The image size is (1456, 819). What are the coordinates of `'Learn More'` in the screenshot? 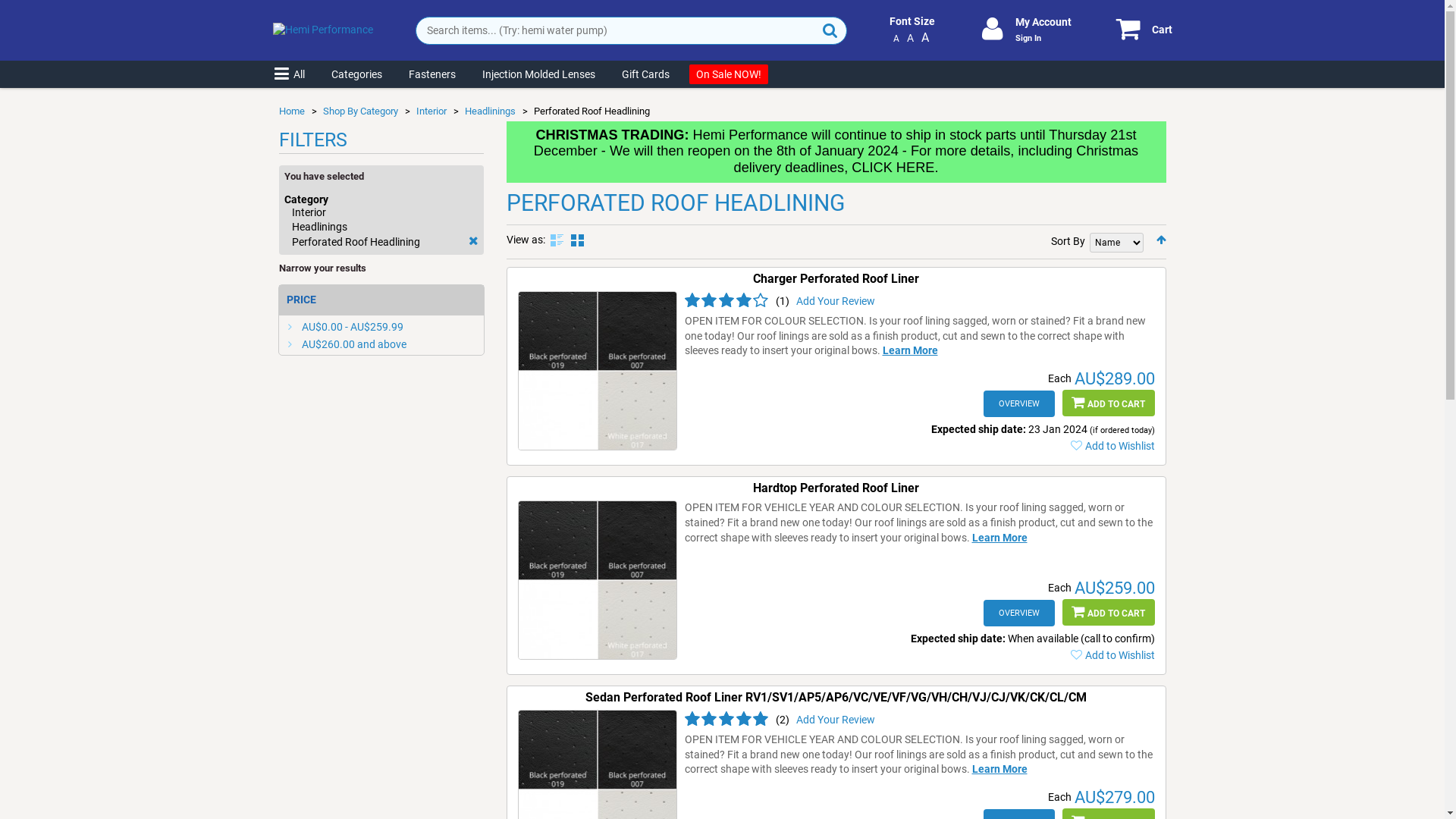 It's located at (999, 769).